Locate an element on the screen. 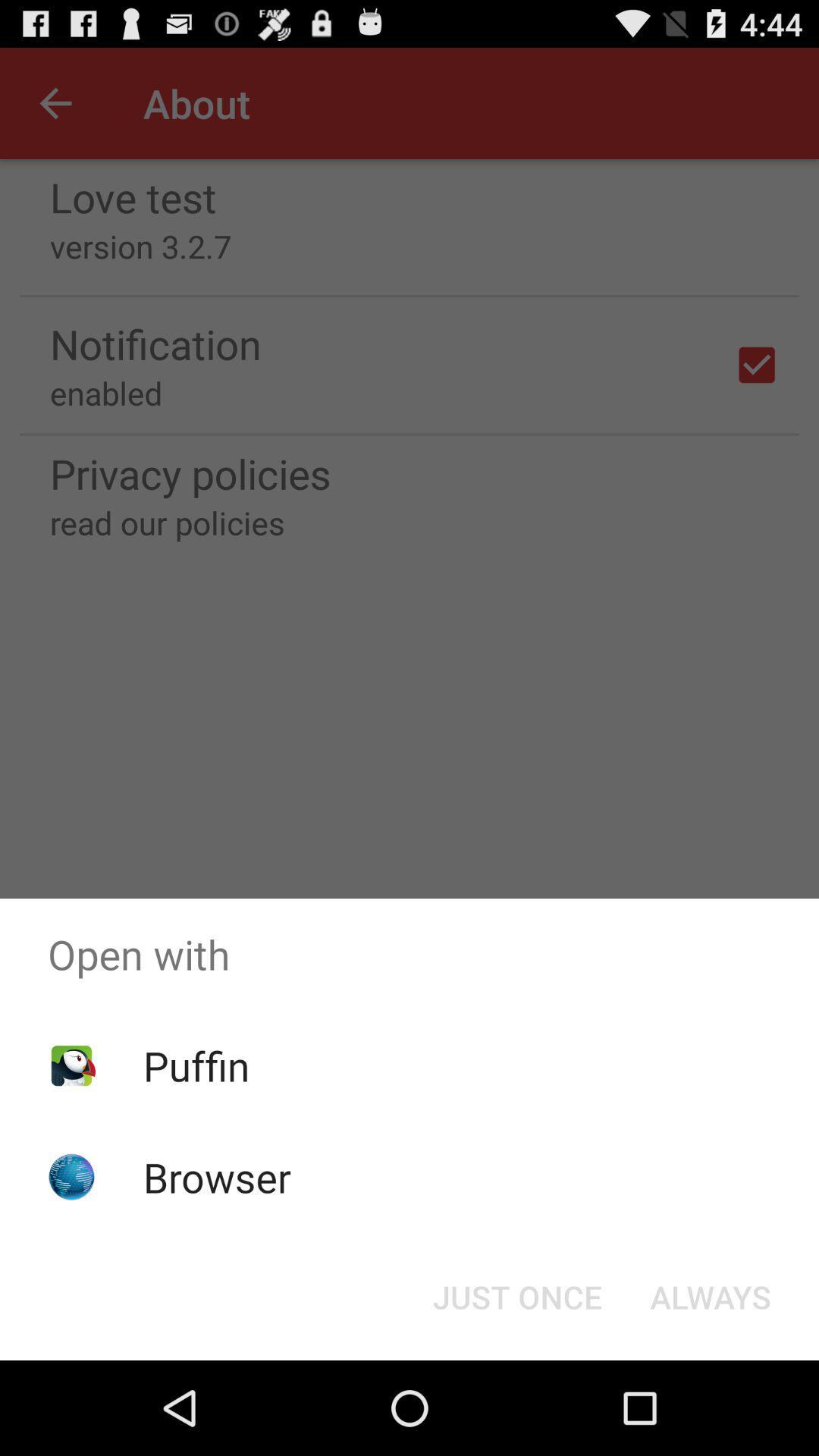 The height and width of the screenshot is (1456, 819). icon below open with item is located at coordinates (196, 1065).